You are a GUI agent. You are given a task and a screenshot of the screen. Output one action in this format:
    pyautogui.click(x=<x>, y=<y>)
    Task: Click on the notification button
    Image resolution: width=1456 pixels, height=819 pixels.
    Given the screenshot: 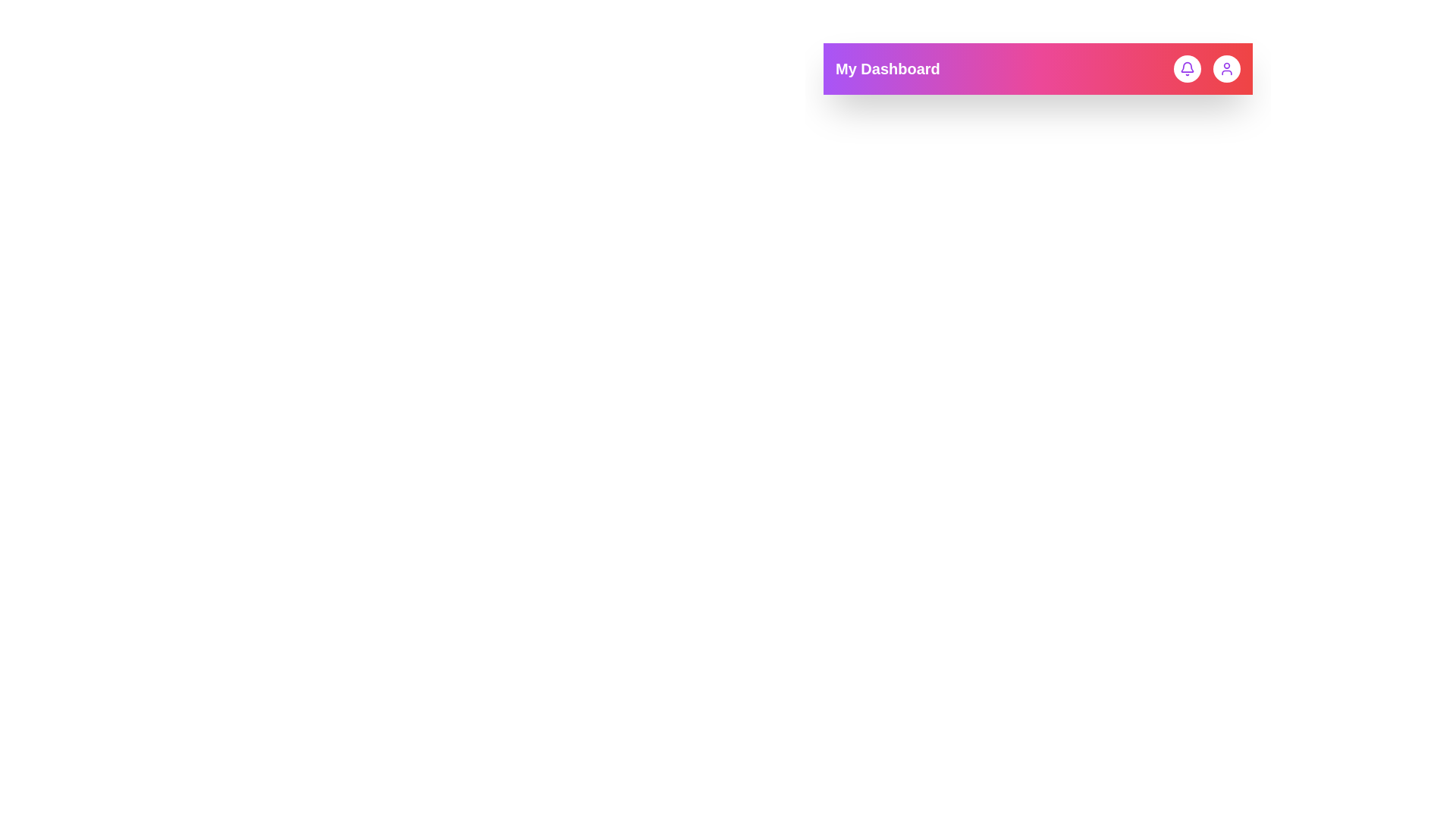 What is the action you would take?
    pyautogui.click(x=1186, y=69)
    